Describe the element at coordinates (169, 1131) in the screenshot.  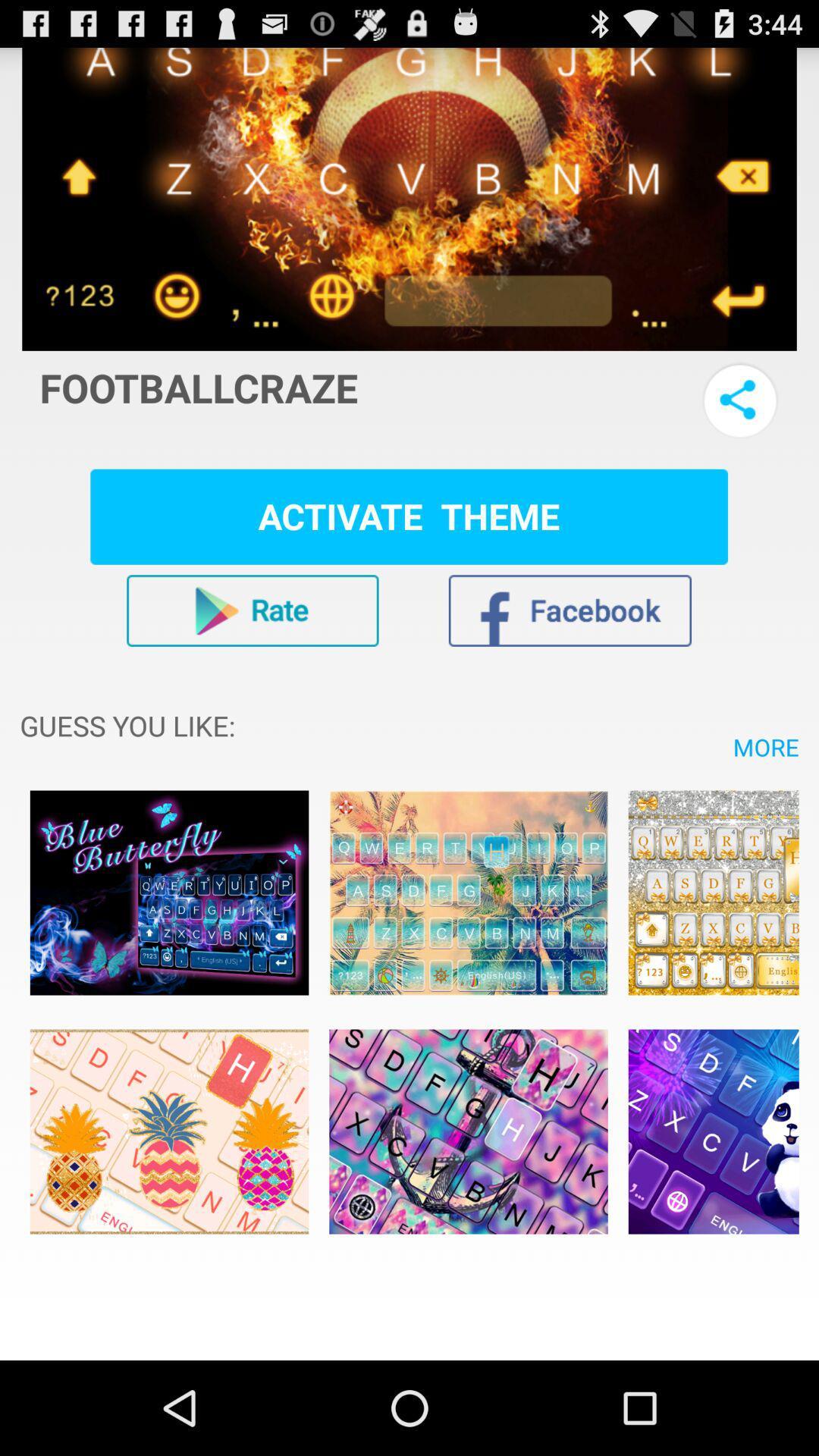
I see `picture of more option` at that location.